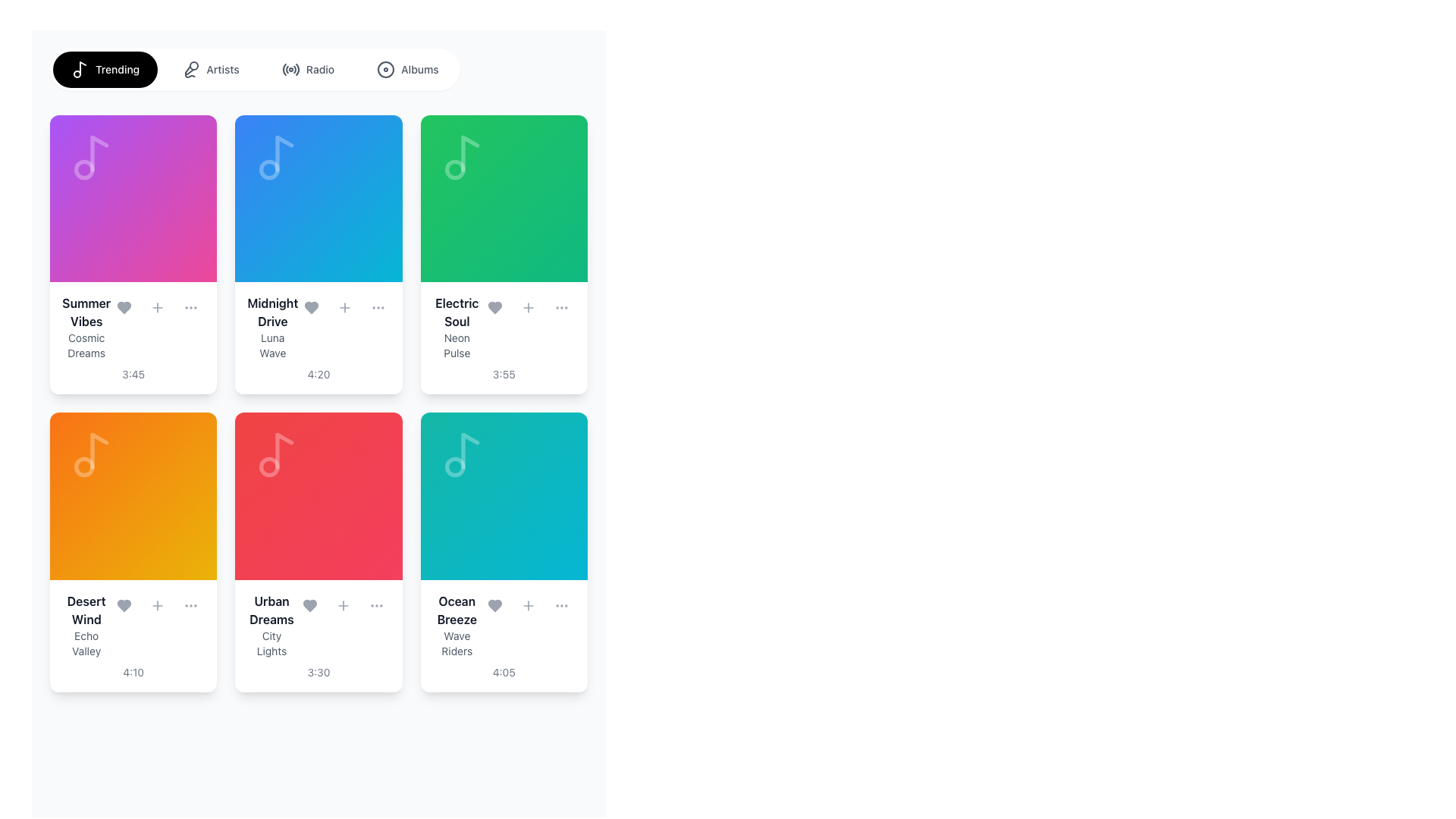 The width and height of the screenshot is (1456, 819). I want to click on the 'Trending' button, which has a black background with white text and a musical note icon, so click(105, 70).